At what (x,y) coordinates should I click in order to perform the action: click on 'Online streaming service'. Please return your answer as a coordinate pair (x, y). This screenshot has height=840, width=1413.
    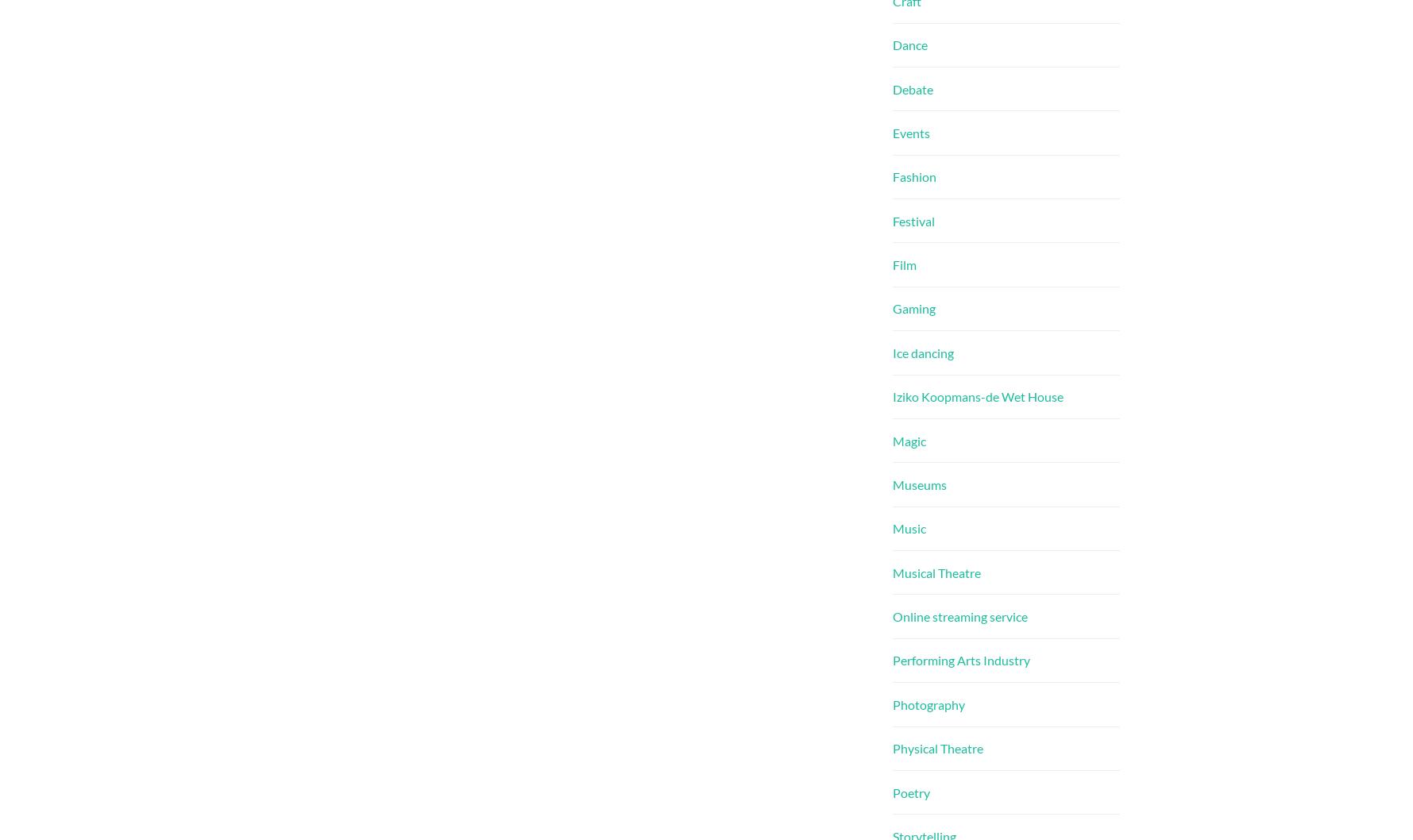
    Looking at the image, I should click on (958, 616).